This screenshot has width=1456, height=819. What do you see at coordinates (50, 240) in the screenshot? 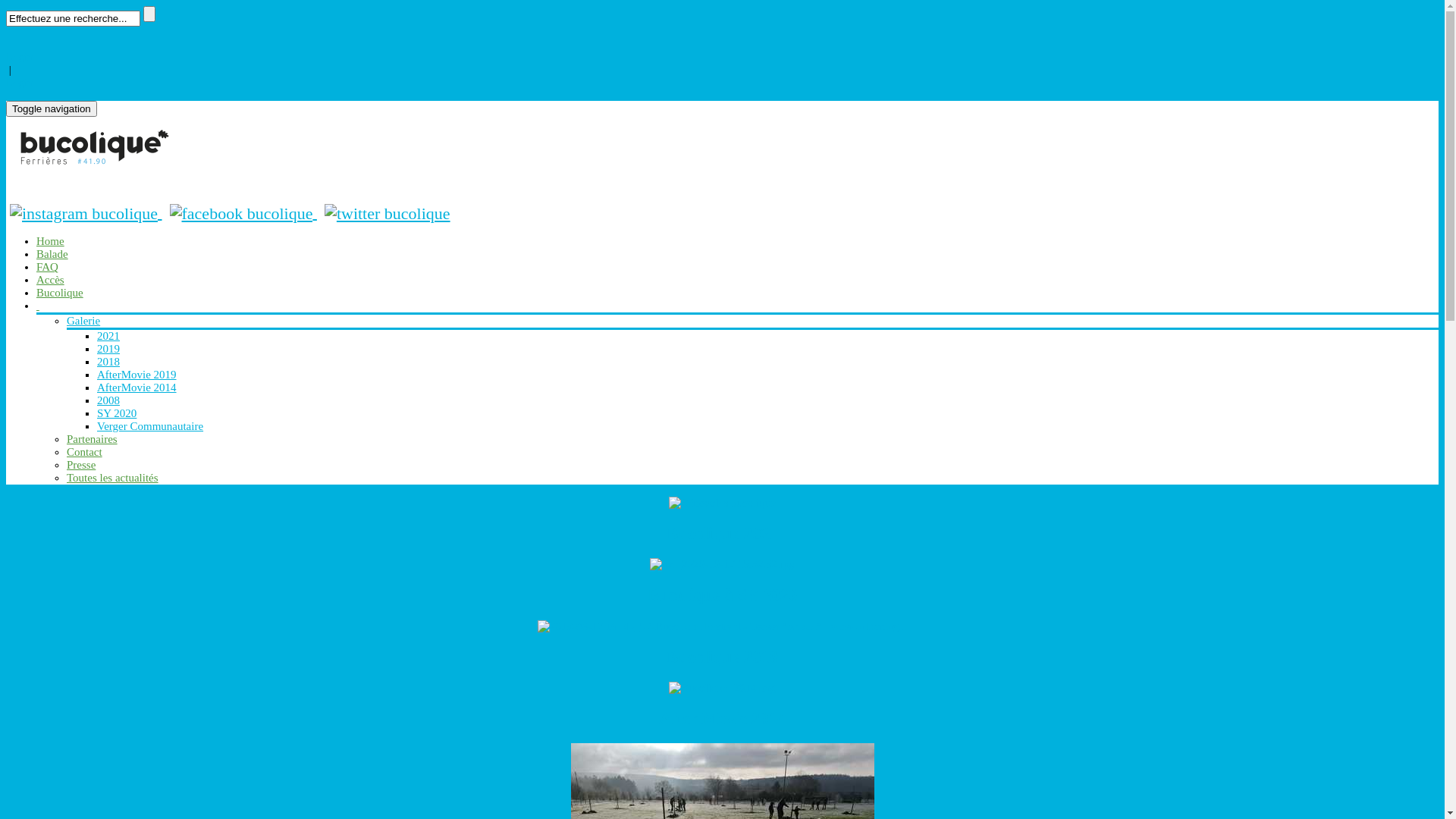
I see `'Home'` at bounding box center [50, 240].